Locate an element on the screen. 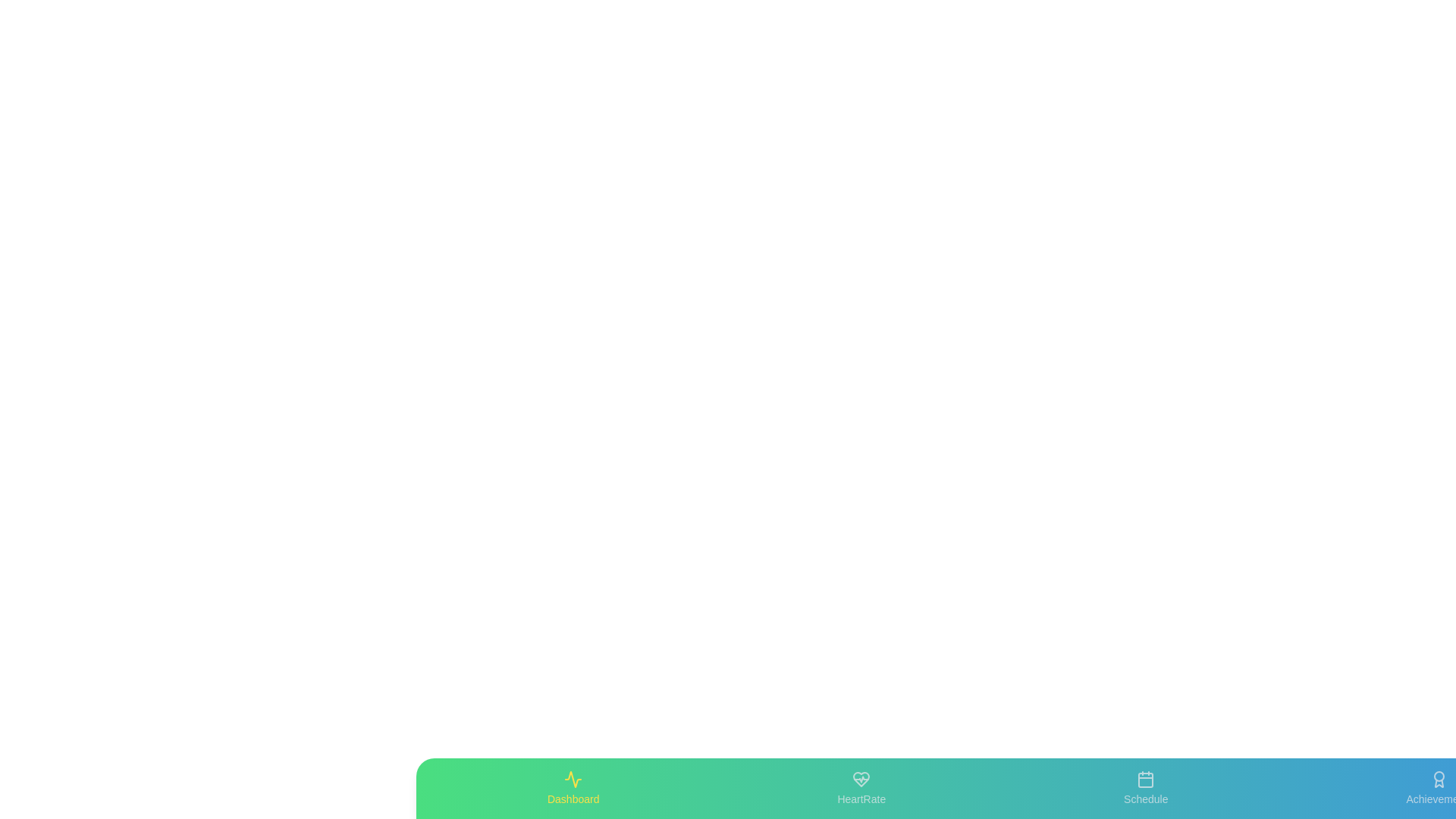 The width and height of the screenshot is (1456, 819). the icon labeled Schedule to display additional information is located at coordinates (1146, 788).